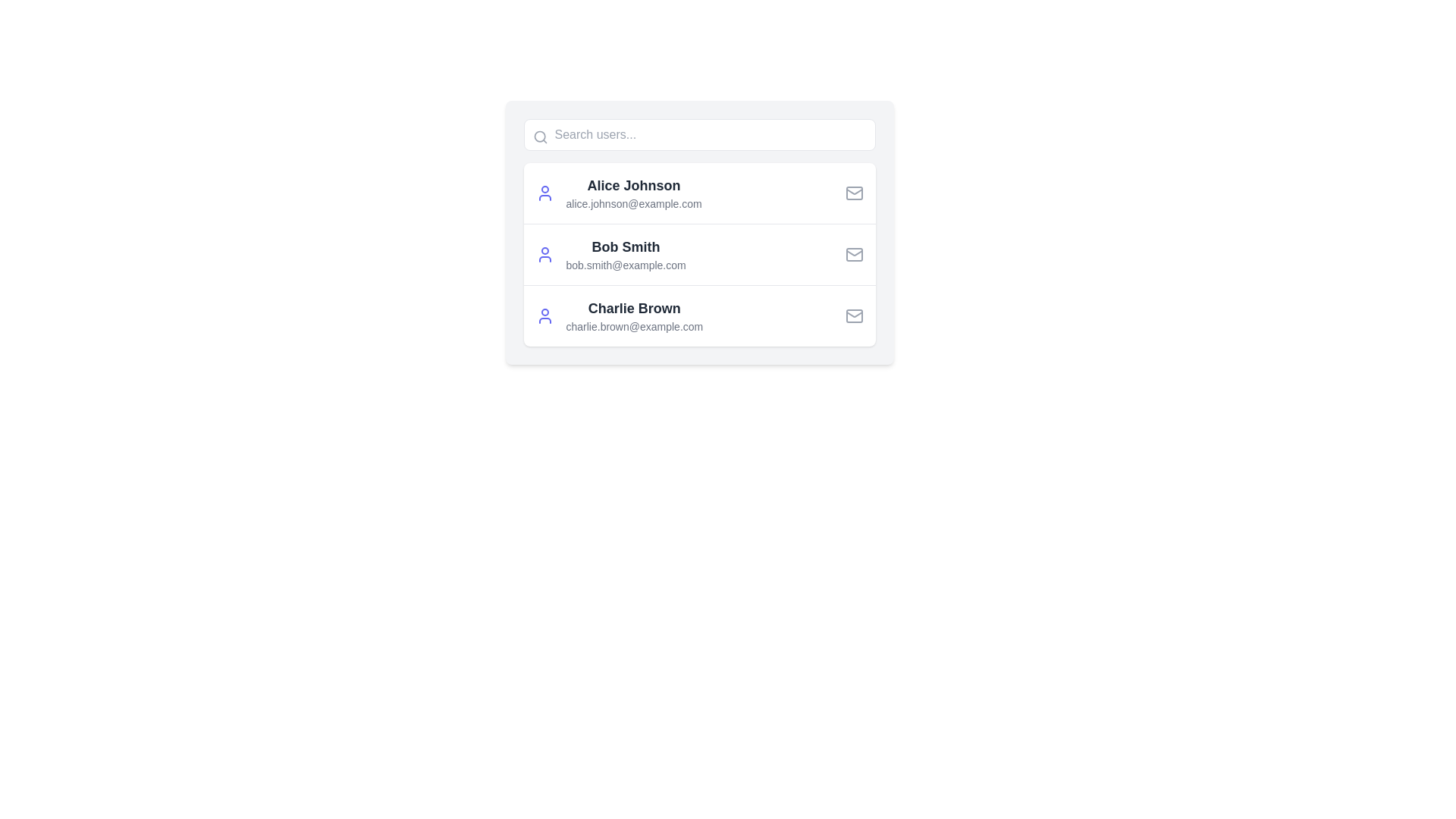 The image size is (1456, 819). I want to click on the mail icon located at the rightmost corner of the entry for 'Alice Johnson', so click(854, 192).